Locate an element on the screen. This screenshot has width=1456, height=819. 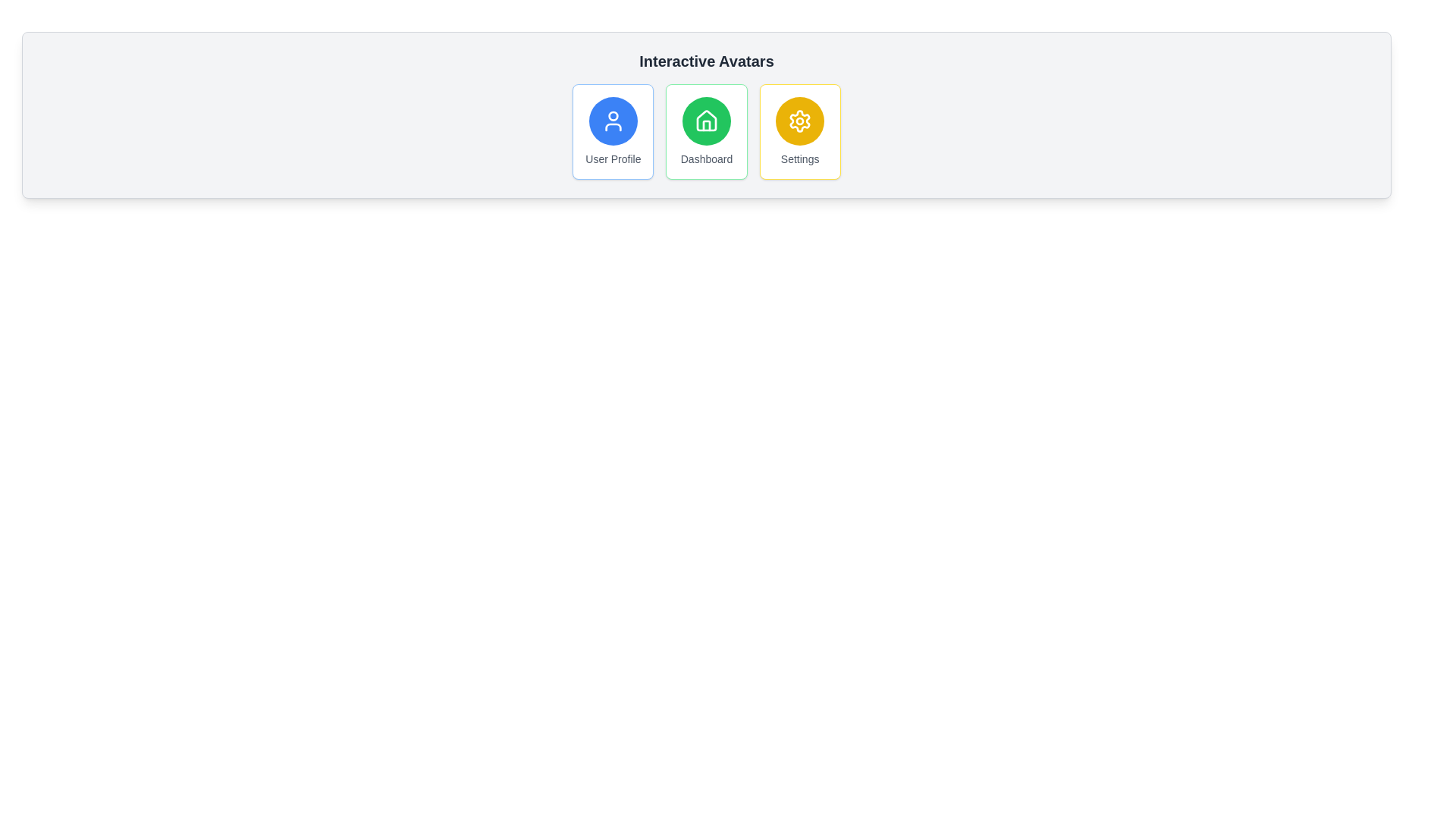
the decorative house icon in the Dashboard section of the interface is located at coordinates (705, 124).